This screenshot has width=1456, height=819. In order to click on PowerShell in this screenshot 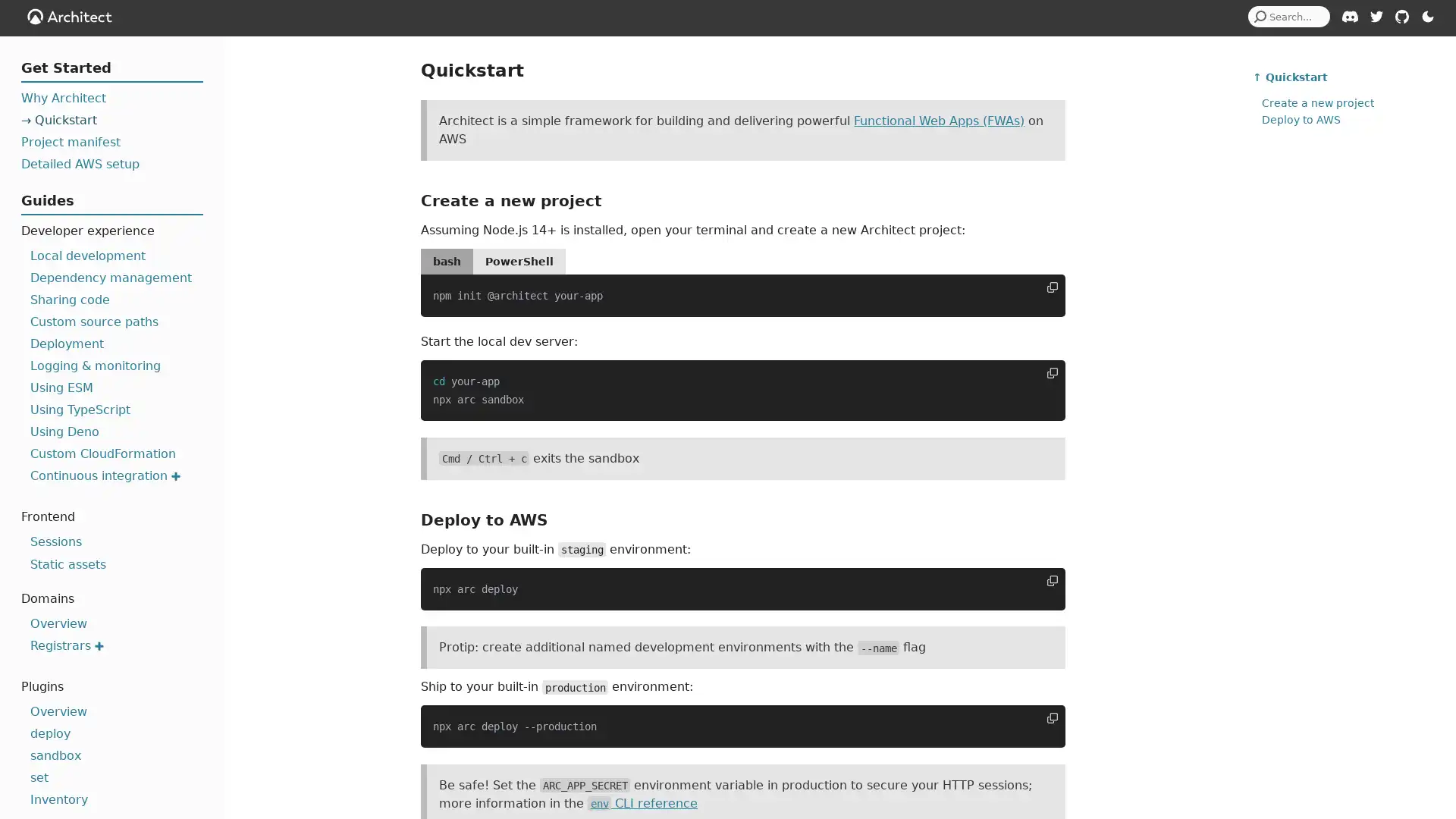, I will do `click(519, 260)`.